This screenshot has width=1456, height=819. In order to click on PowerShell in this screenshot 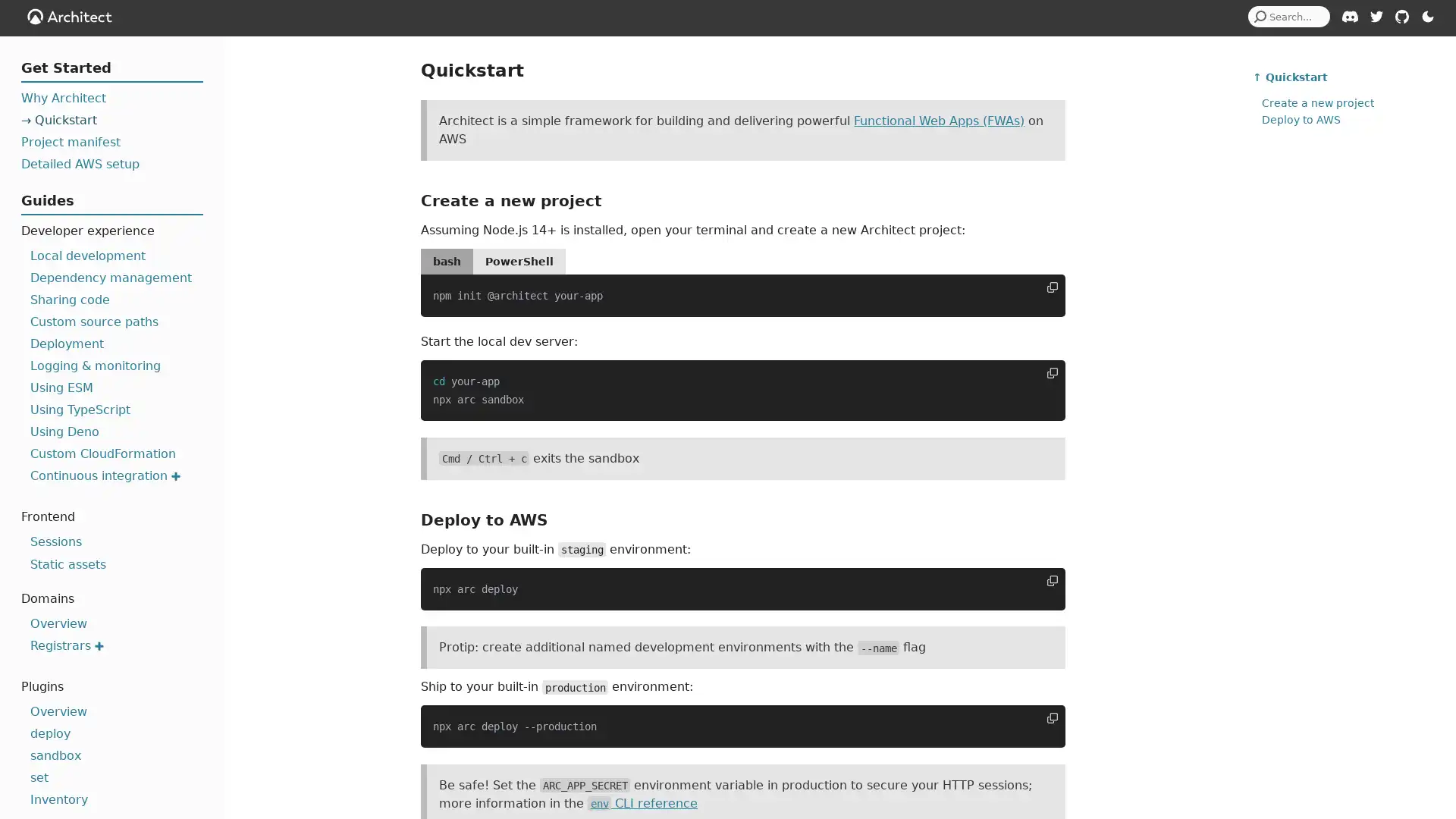, I will do `click(519, 260)`.